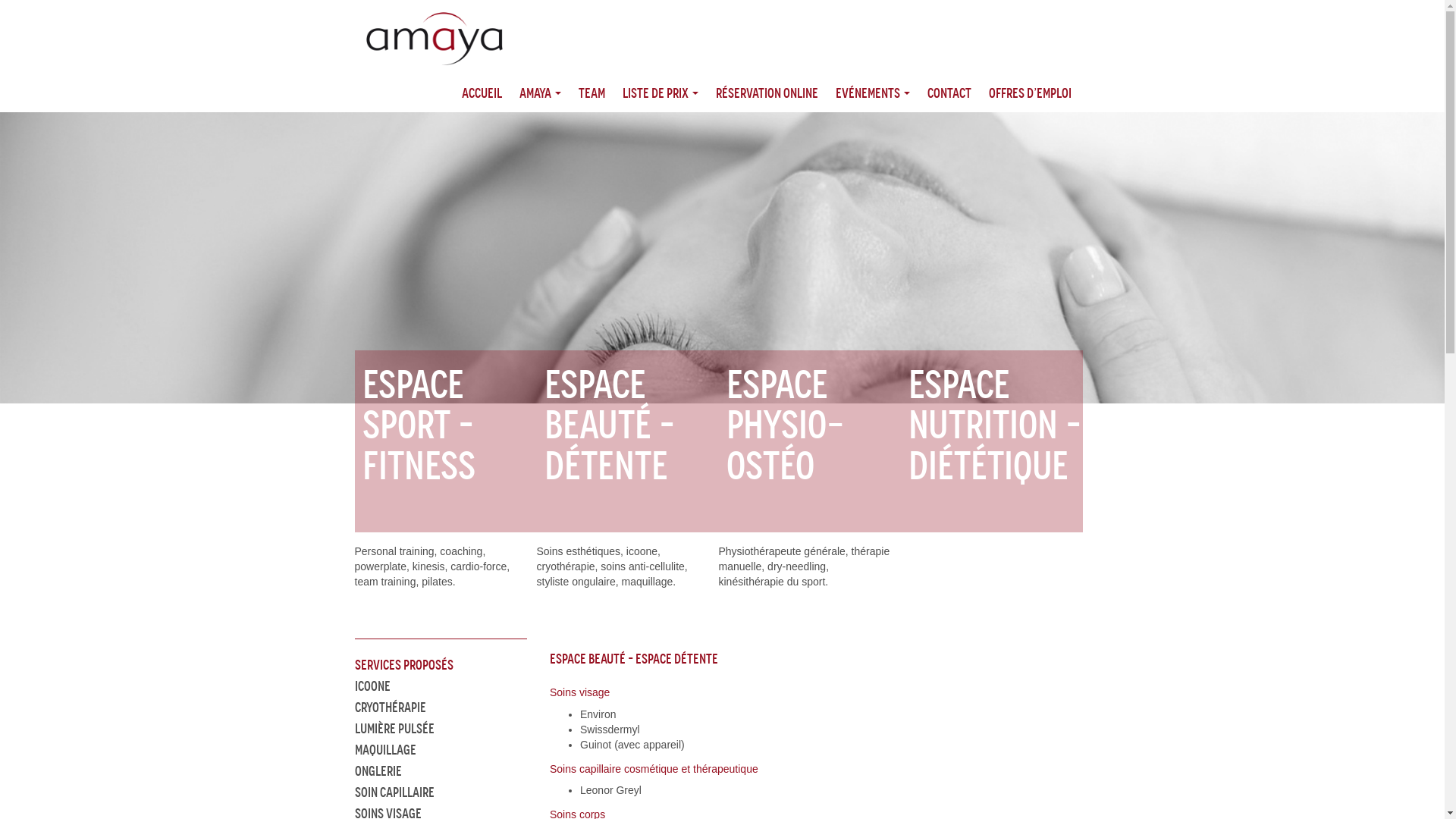 This screenshot has height=819, width=1456. Describe the element at coordinates (385, 748) in the screenshot. I see `'MAQUILLAGE'` at that location.